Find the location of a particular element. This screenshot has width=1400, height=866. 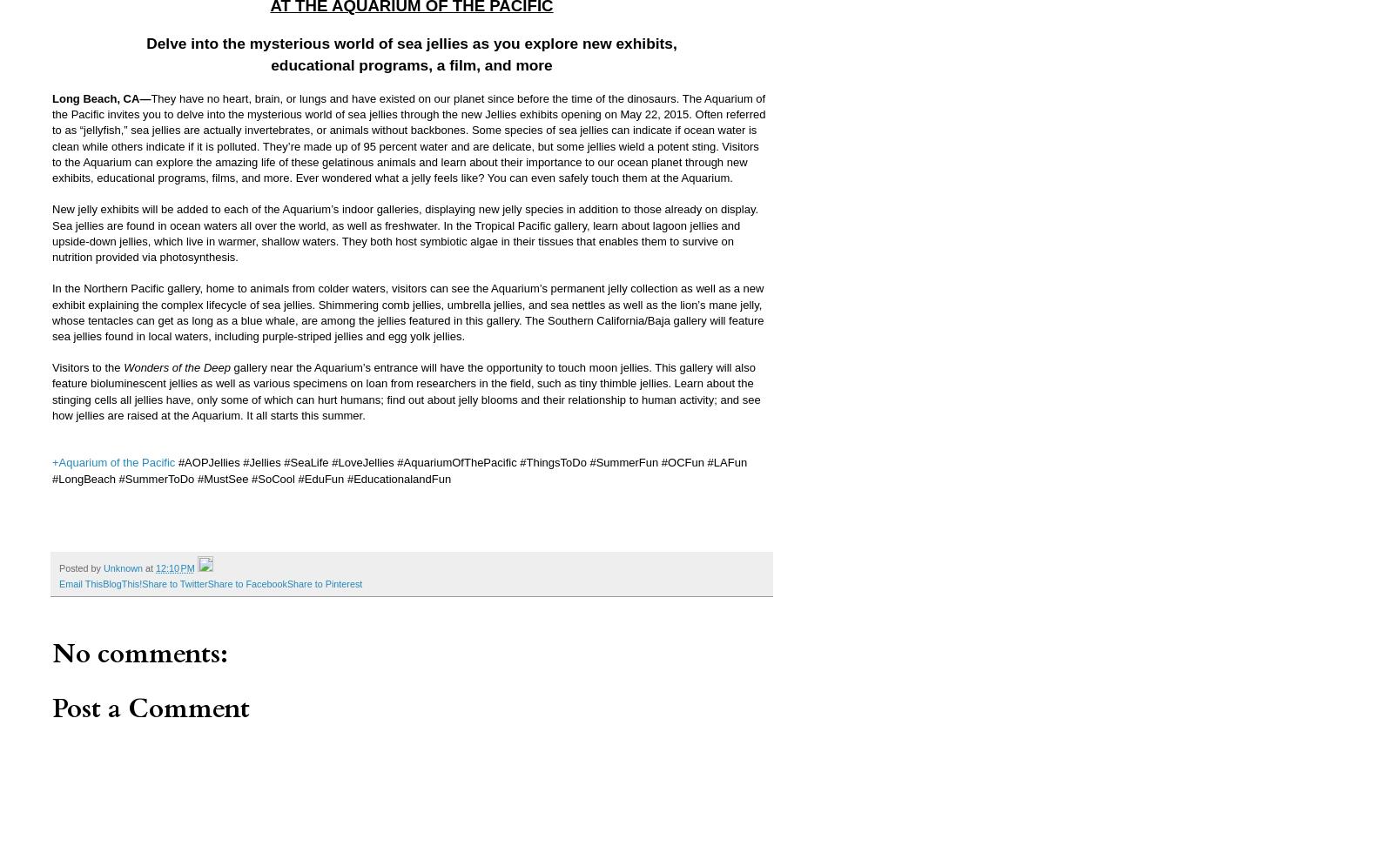

'In the Northern Pacific gallery, home to animals from colder waters, visitors can see the Aquarium’s permanent jelly collection as well as a new exhibit explaining the complex lifecycle of sea jellies. Shimmering comb jellies, umbrella jellies, and sea nettles as well as the lion’s mane jelly, whose tentacles can get as long as a blue whale, are among the jellies featured in this gallery. The Southern California/Baja gallery will feature sea jellies found in local waters, including purple-striped jellies and egg yolk jellies.' is located at coordinates (407, 311).